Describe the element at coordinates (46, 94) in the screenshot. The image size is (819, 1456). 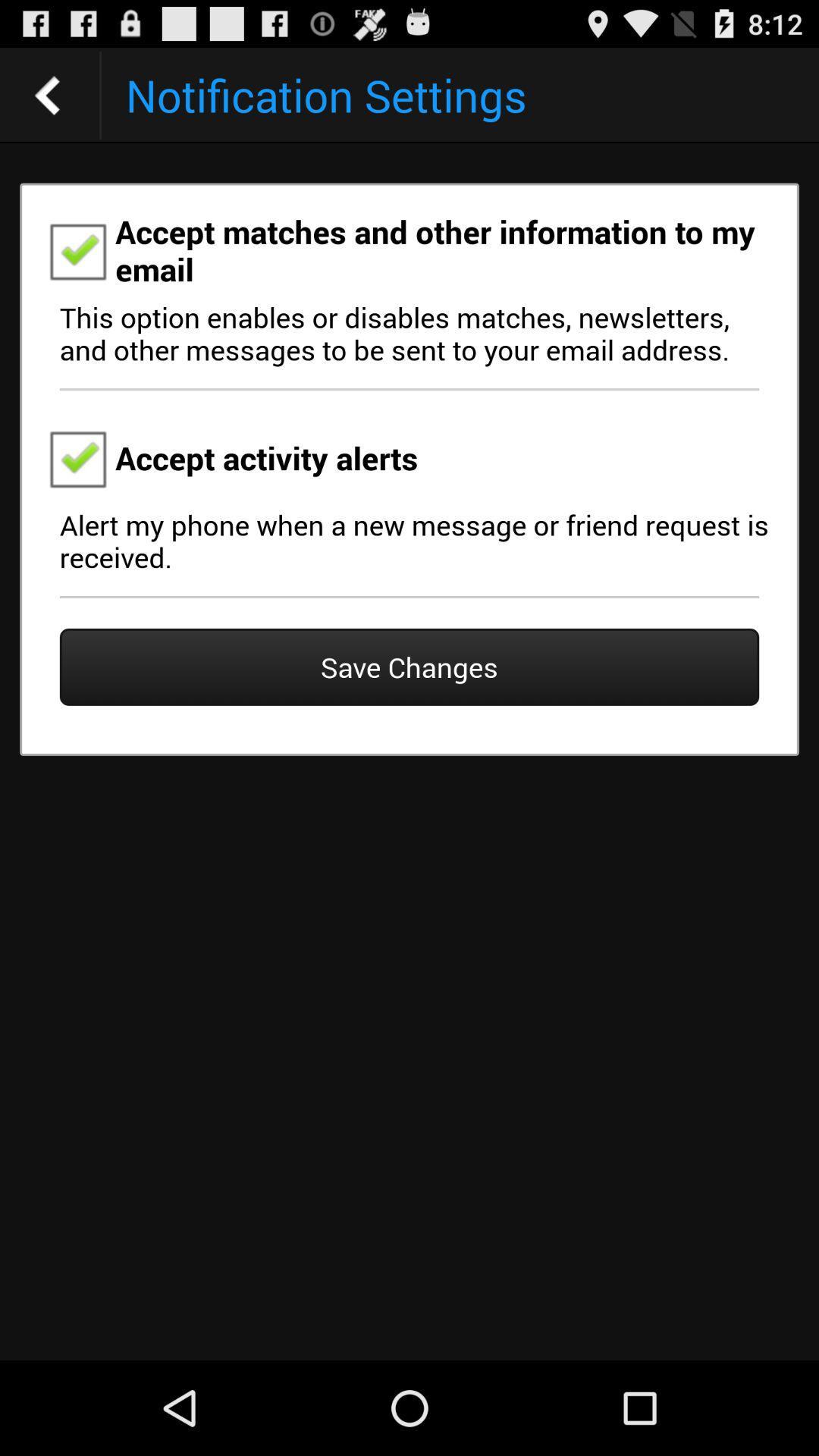
I see `go back` at that location.